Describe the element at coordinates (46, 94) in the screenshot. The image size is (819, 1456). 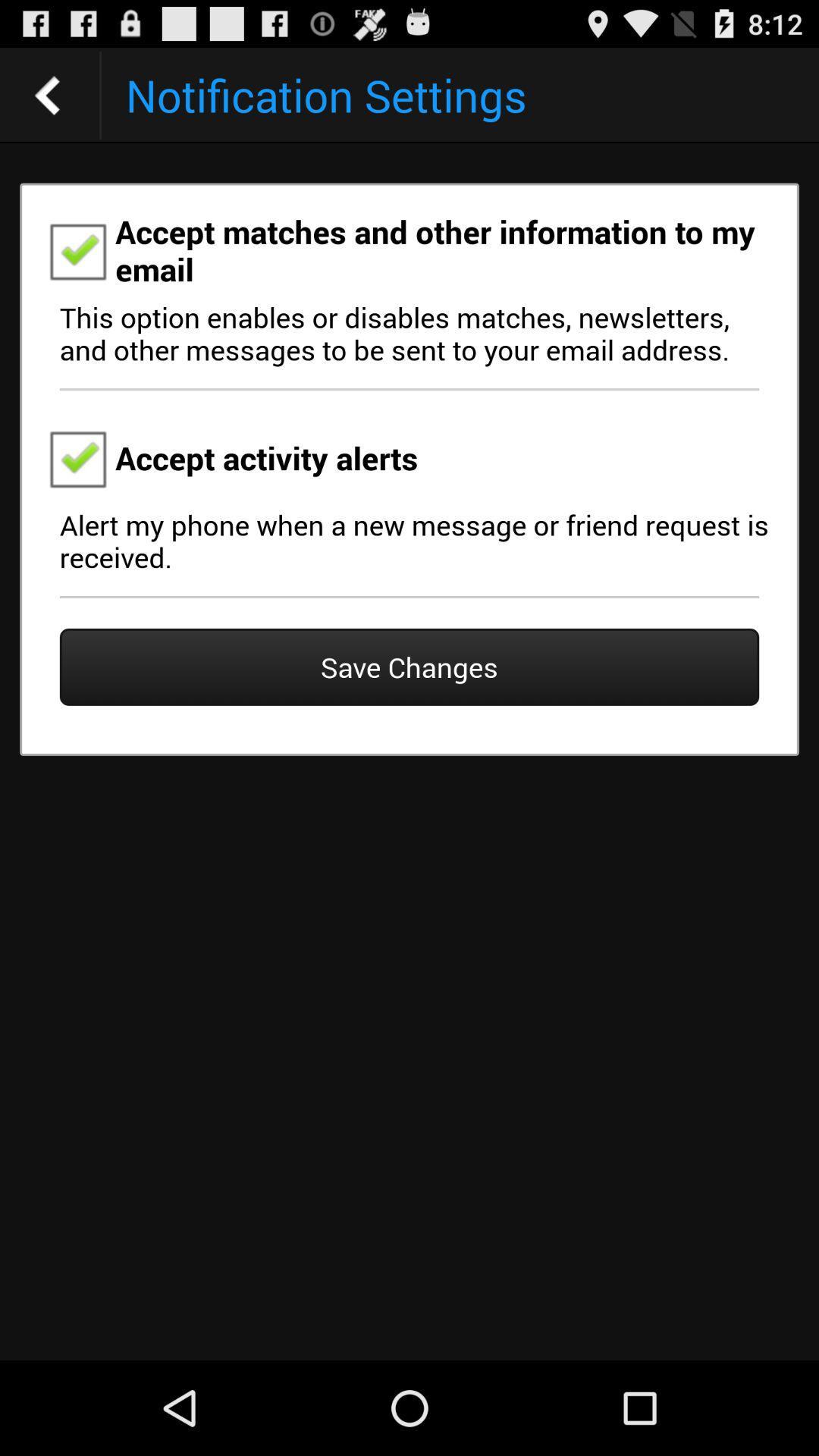
I see `go back` at that location.